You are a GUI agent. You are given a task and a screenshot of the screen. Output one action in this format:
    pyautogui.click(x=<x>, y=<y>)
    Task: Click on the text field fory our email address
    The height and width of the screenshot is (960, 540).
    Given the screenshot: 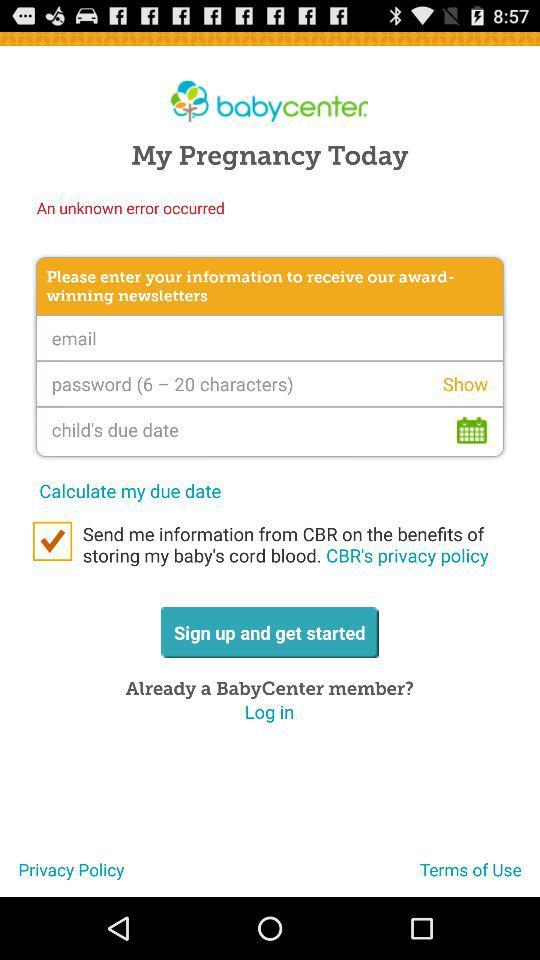 What is the action you would take?
    pyautogui.click(x=270, y=338)
    